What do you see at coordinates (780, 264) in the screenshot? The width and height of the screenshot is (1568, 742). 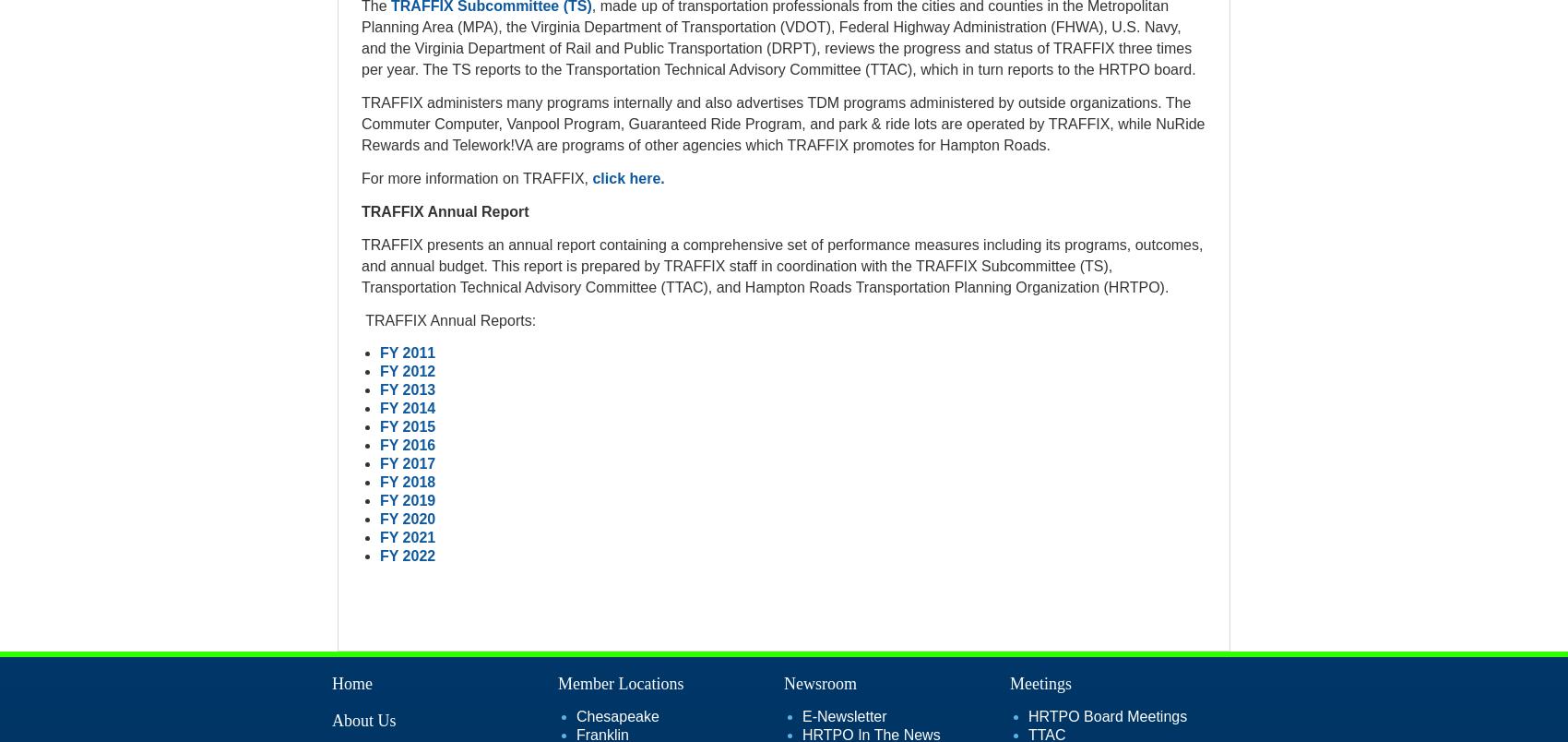 I see `'TRAFFIX presents an annual report containing a comprehensive set of performance measures including its programs, outcomes, and annual budget. This report is prepared by TRAFFIX staff in coordination with the TRAFFIX Subcommittee (TS), Transportation Technical Advisory Committee (TTAC), and Hampton Roads Transportation Planning Organization (HRTPO).'` at bounding box center [780, 264].